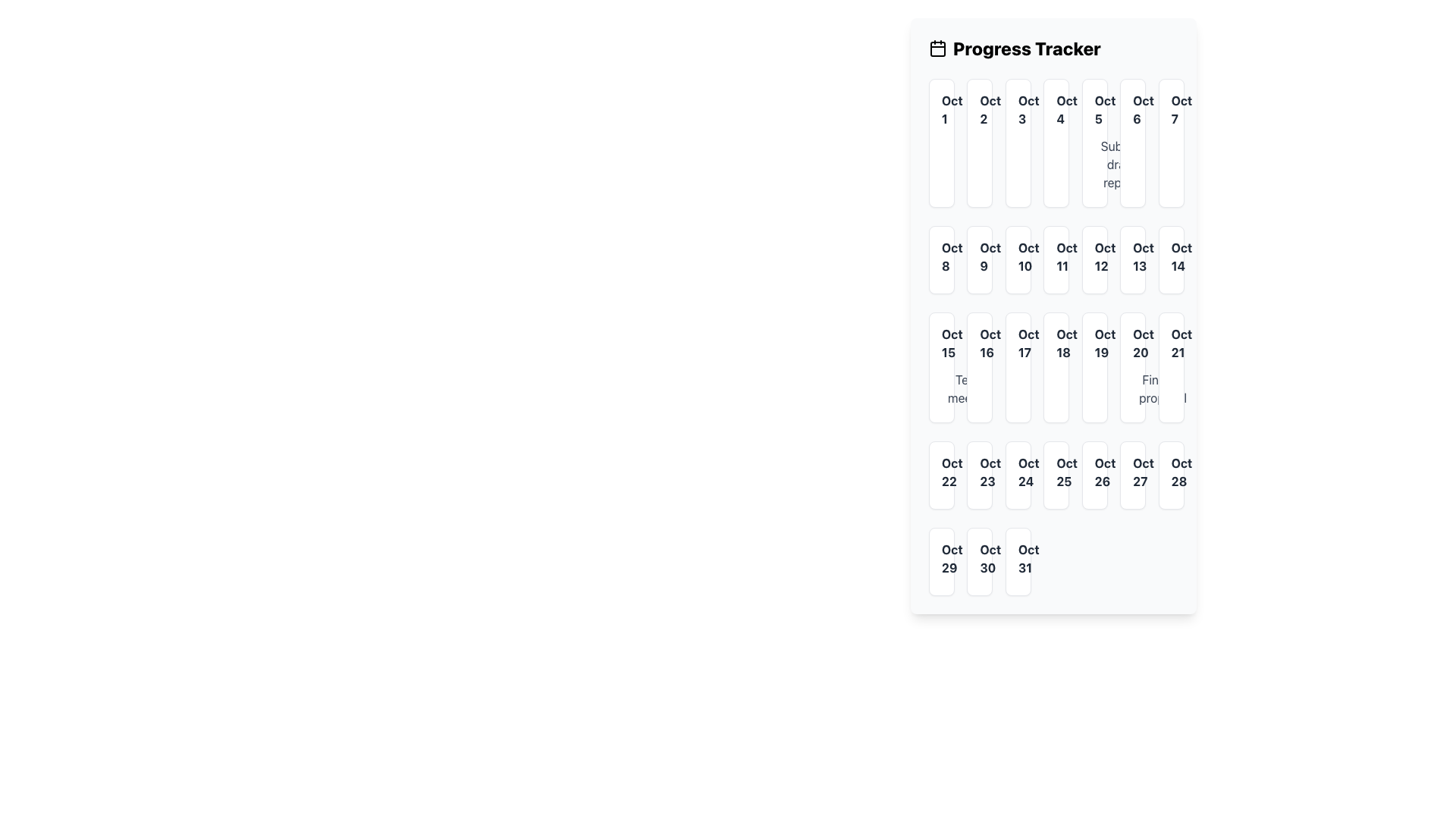 This screenshot has height=819, width=1456. Describe the element at coordinates (1133, 143) in the screenshot. I see `the Calendar day card representing October 6th, which is located in the first row and sixth column of the grid layout` at that location.